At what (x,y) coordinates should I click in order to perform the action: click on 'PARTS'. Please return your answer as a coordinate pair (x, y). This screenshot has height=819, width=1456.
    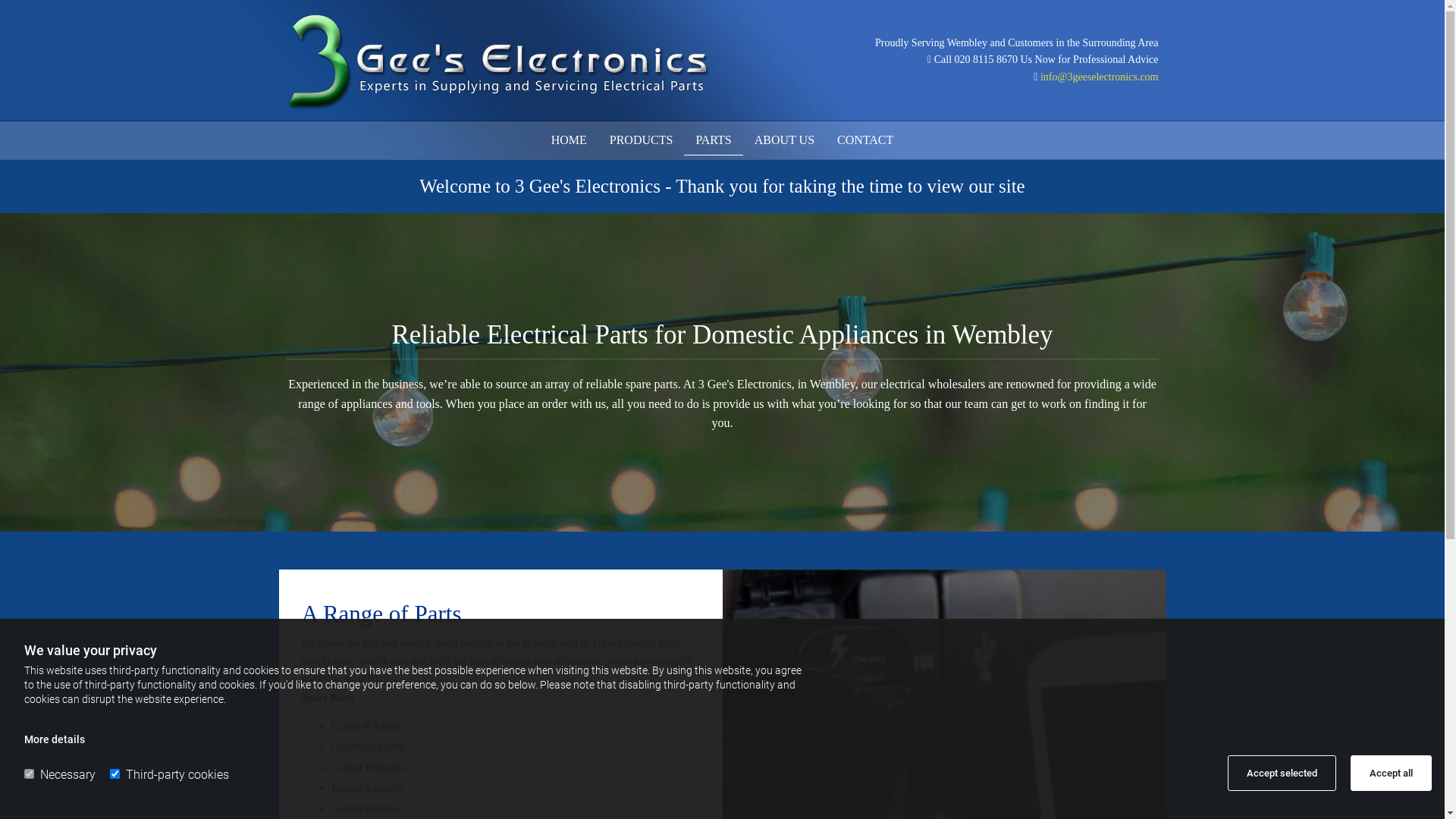
    Looking at the image, I should click on (712, 140).